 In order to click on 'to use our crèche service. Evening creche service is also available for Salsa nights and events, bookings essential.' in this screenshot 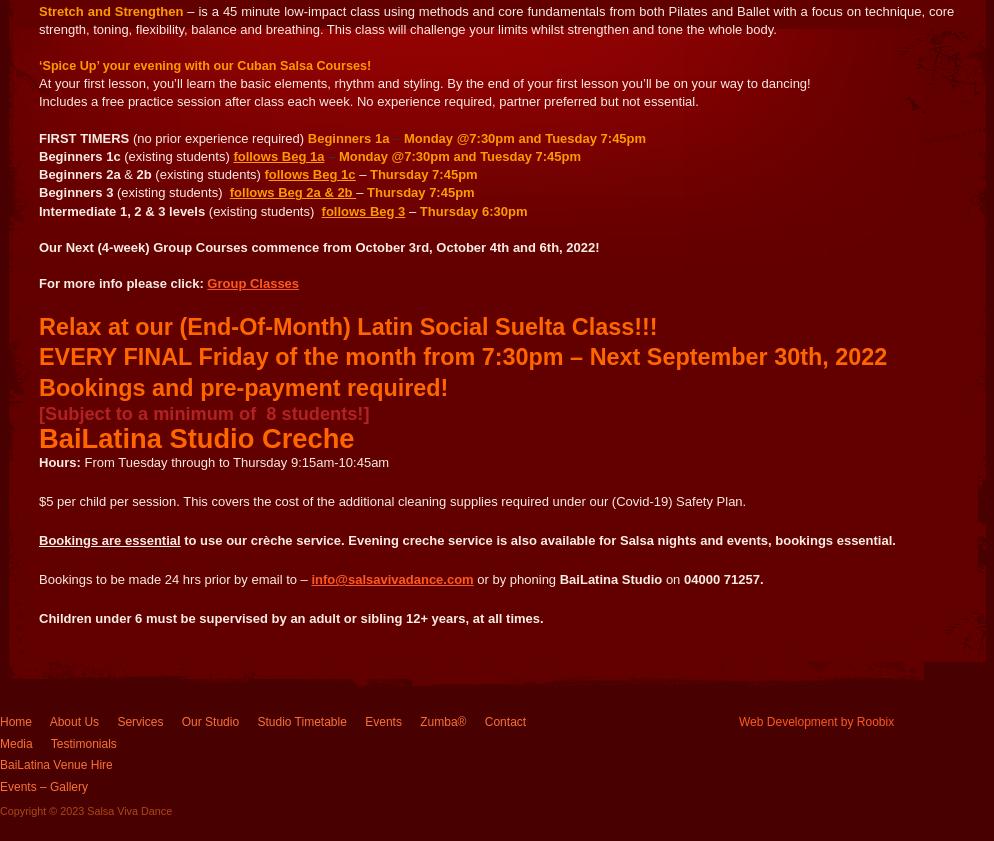, I will do `click(536, 540)`.